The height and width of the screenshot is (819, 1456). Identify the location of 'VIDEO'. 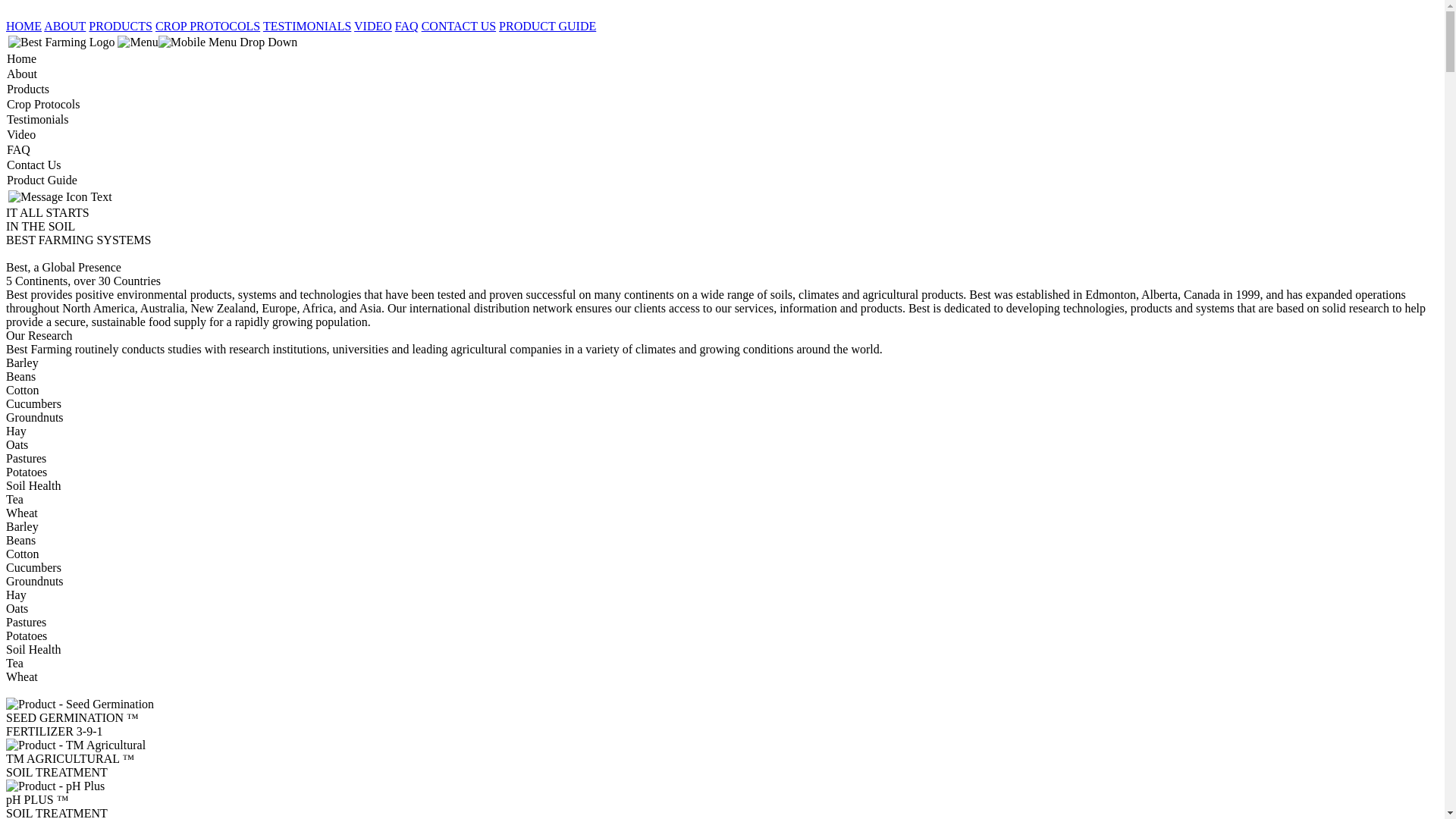
(372, 26).